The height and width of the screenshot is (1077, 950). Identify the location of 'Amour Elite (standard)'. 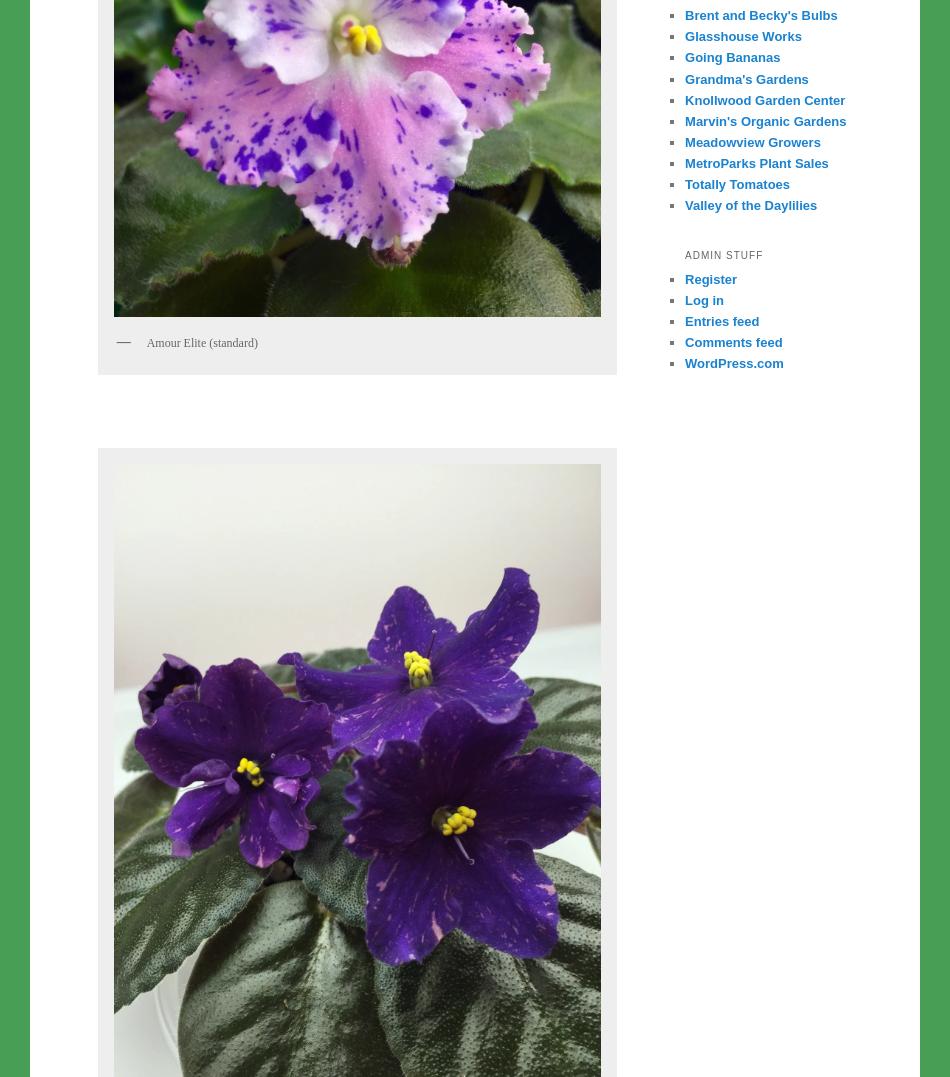
(201, 340).